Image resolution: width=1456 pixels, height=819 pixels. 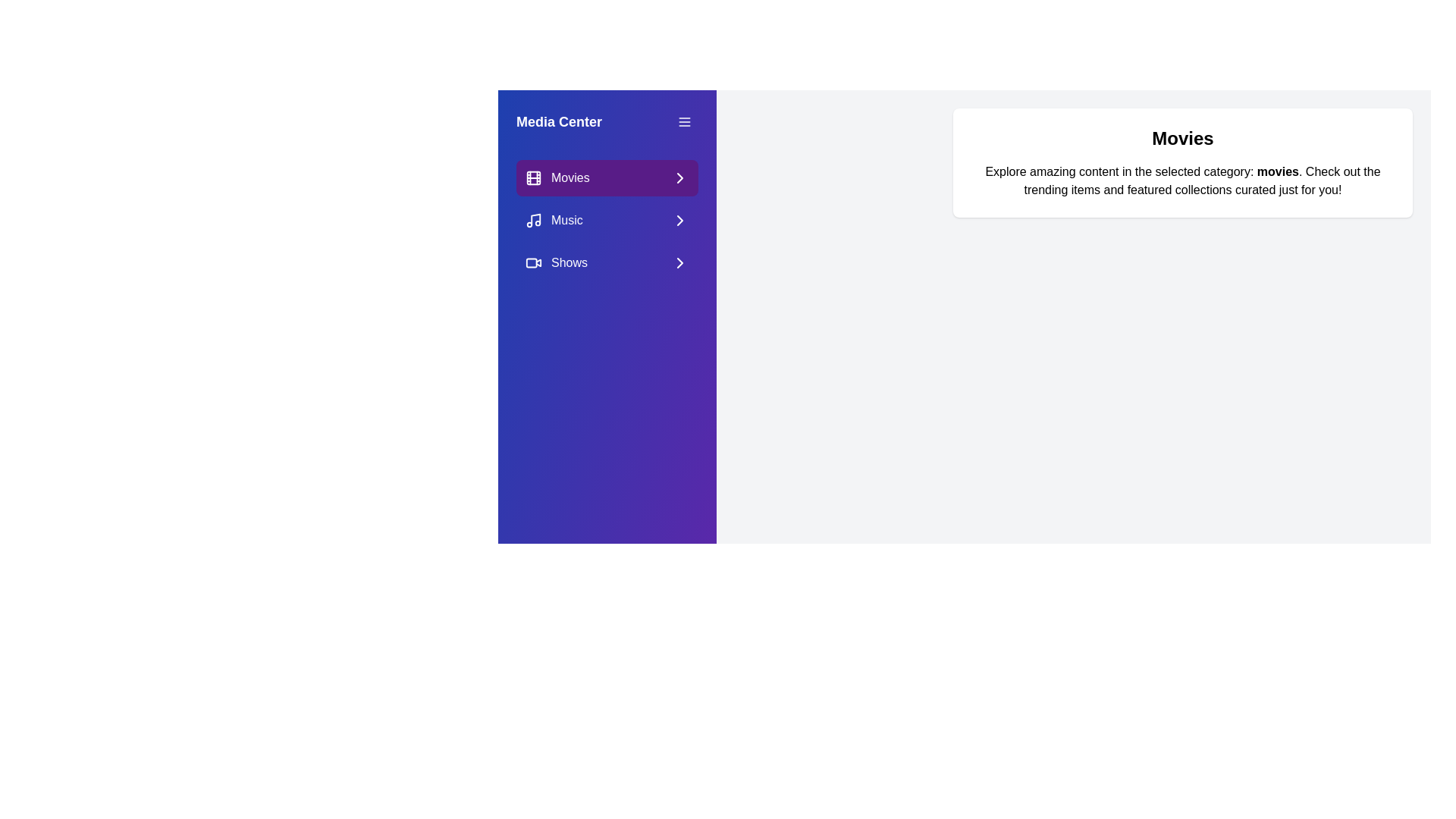 I want to click on the chevron-right icon located at the far-right end of the 'Movies' menu item in the sidebar navigation panel, so click(x=679, y=177).